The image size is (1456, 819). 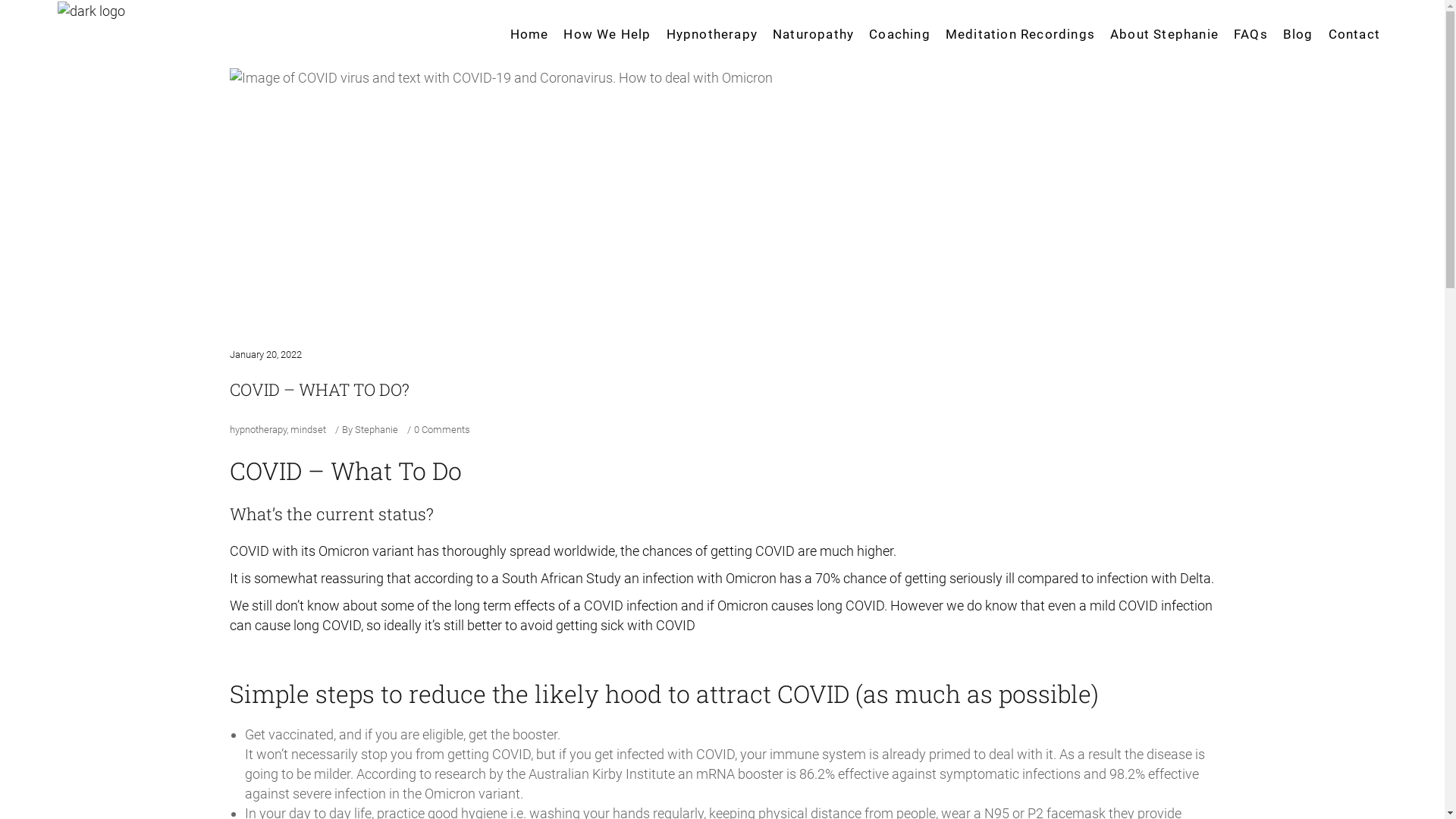 I want to click on '0 Comments', so click(x=414, y=429).